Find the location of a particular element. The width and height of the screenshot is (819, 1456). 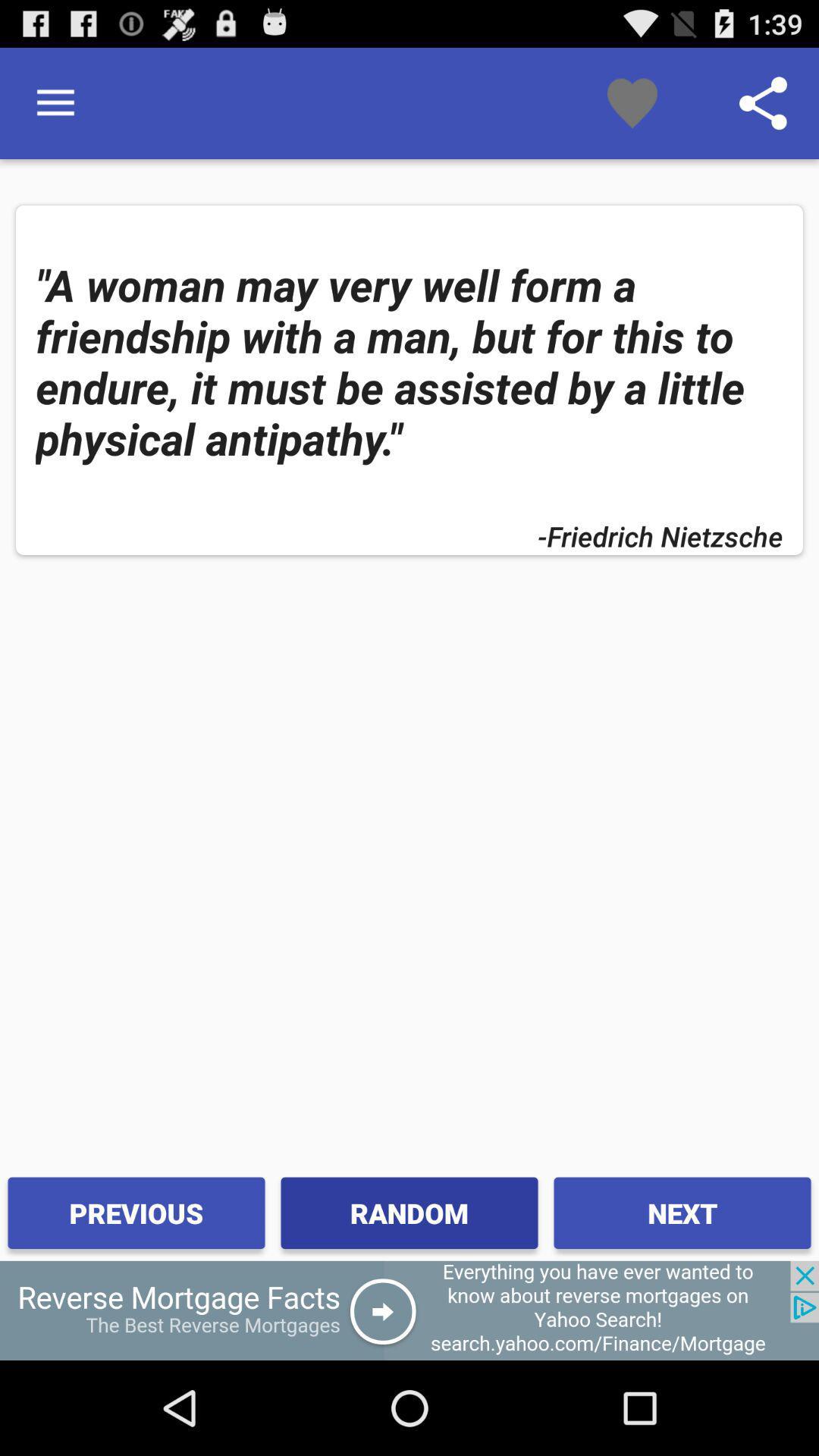

advertisement is located at coordinates (409, 1310).